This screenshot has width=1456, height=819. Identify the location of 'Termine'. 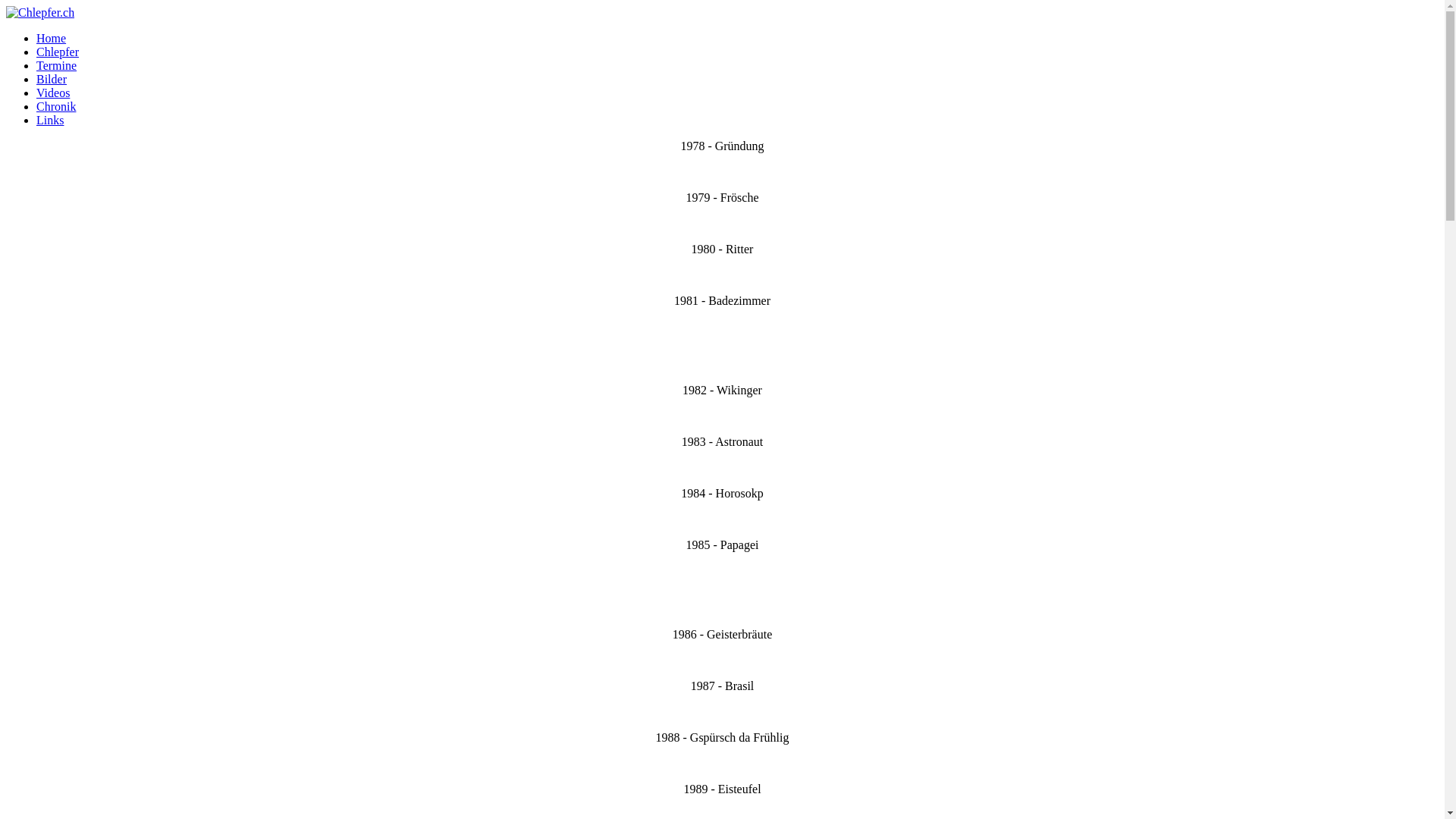
(56, 64).